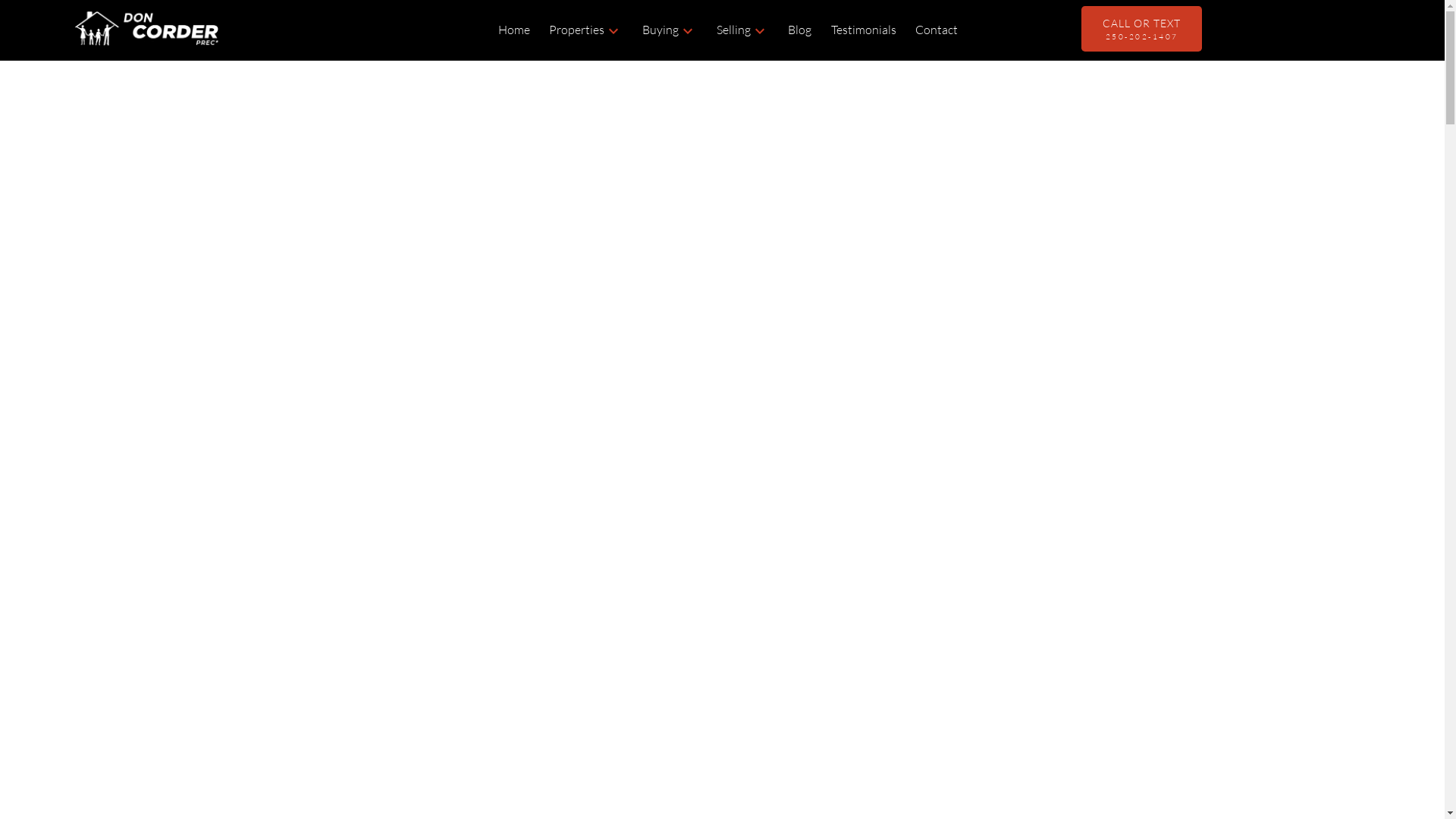 Image resolution: width=1456 pixels, height=819 pixels. I want to click on 'Contact', so click(935, 30).